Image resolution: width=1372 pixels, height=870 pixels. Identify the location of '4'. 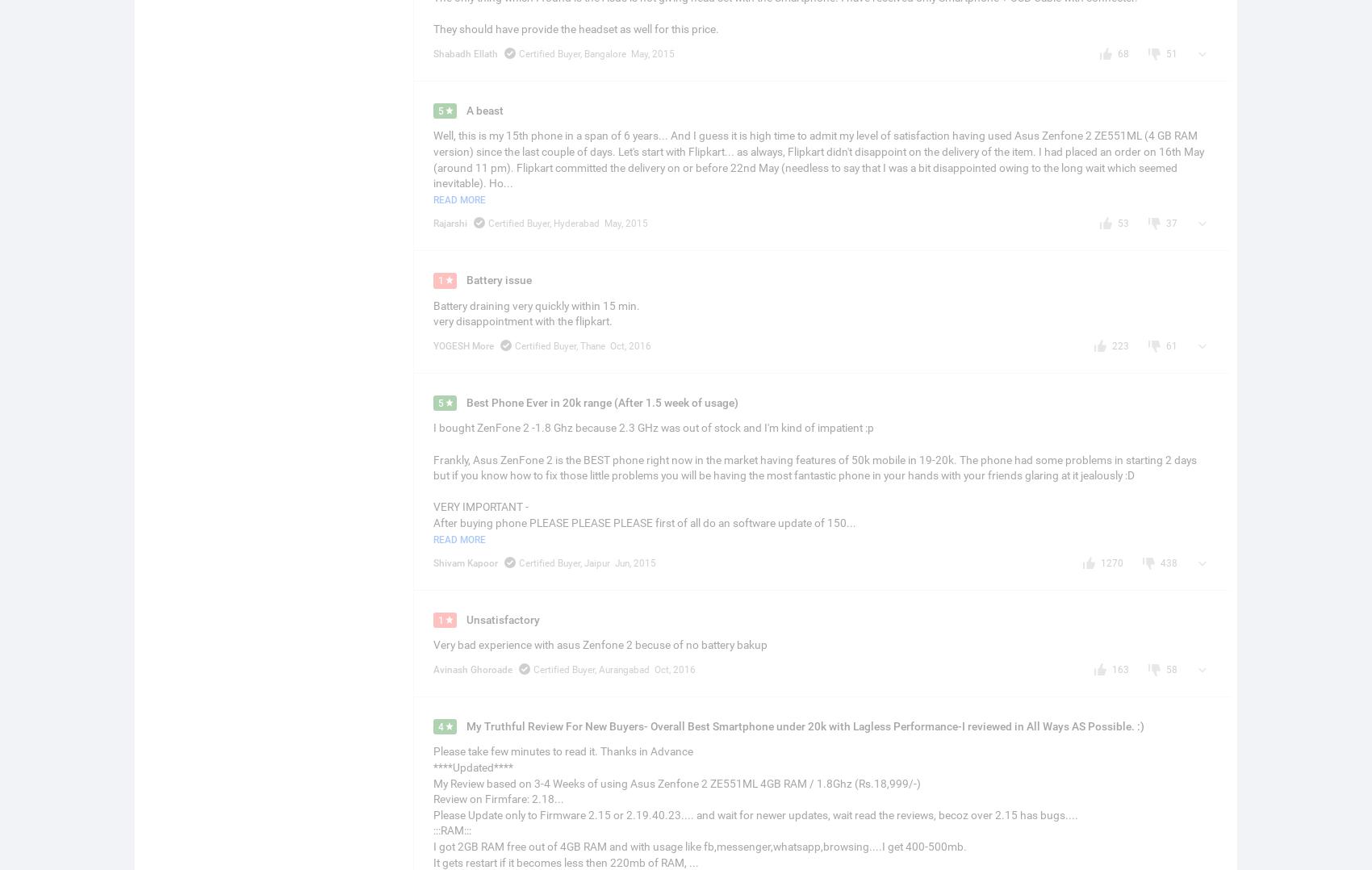
(439, 726).